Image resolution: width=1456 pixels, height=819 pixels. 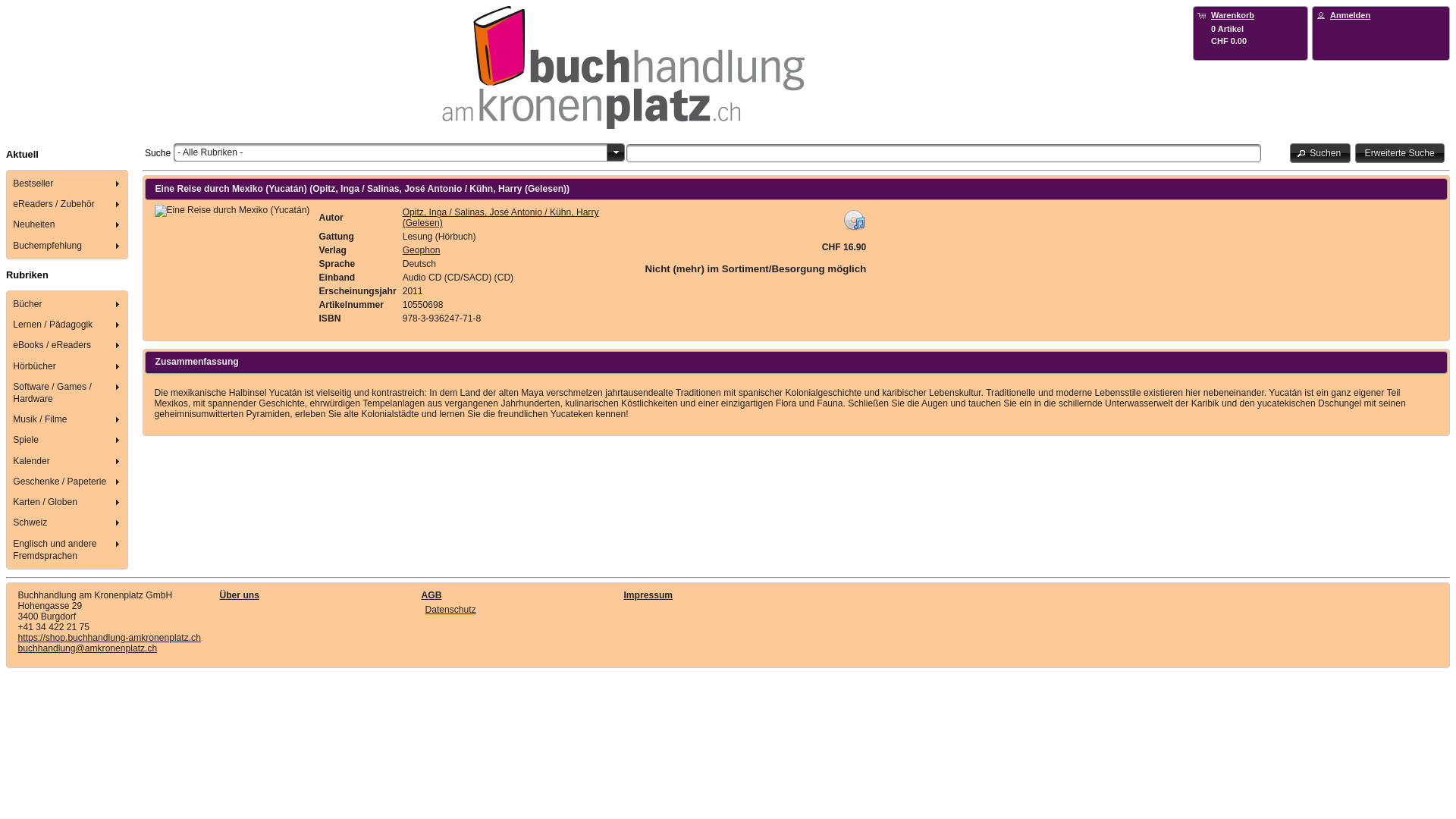 What do you see at coordinates (67, 391) in the screenshot?
I see `'Software / Games / Hardware'` at bounding box center [67, 391].